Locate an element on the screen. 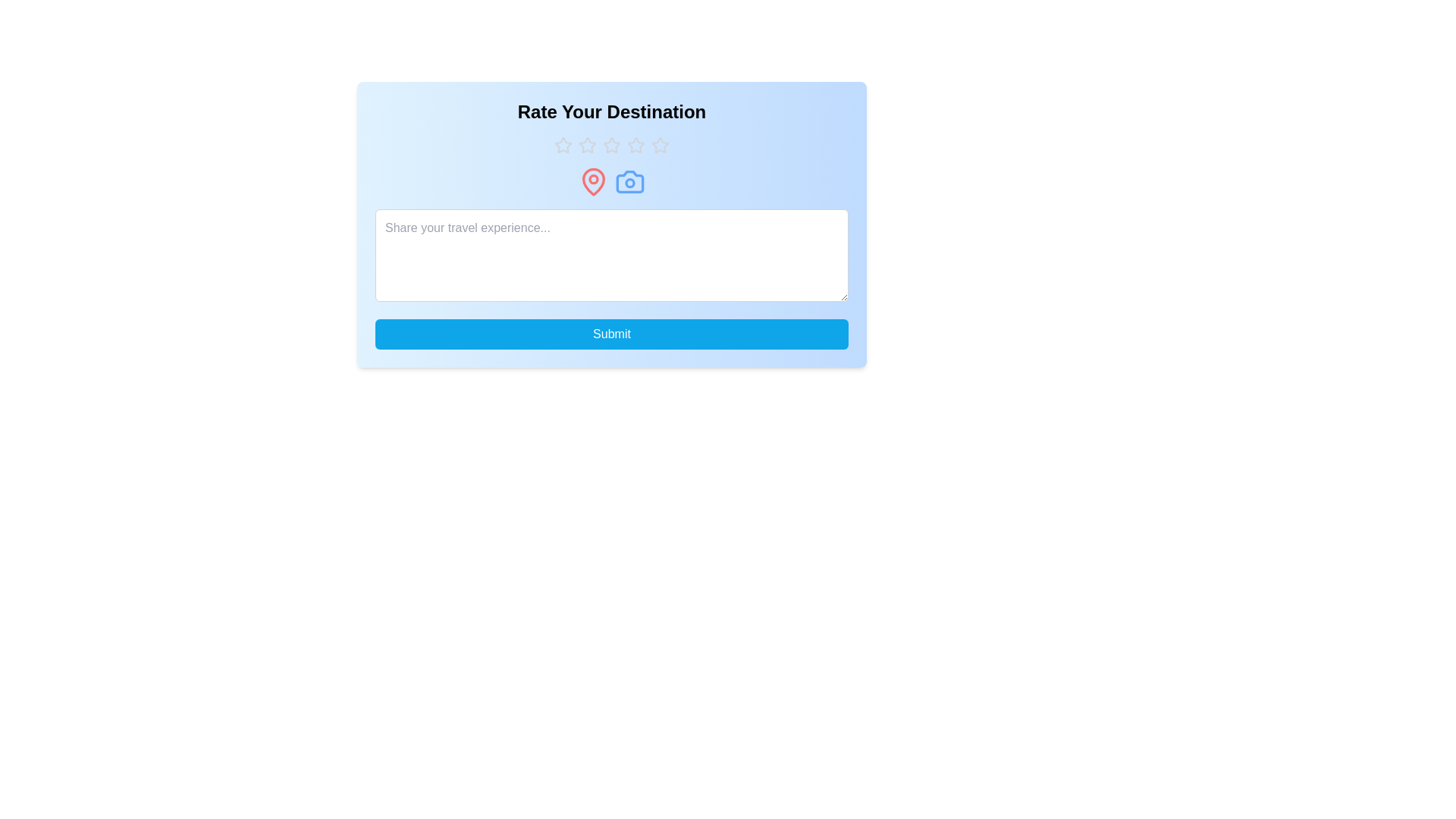  the rating to 5 stars by clicking on the corresponding star is located at coordinates (660, 146).